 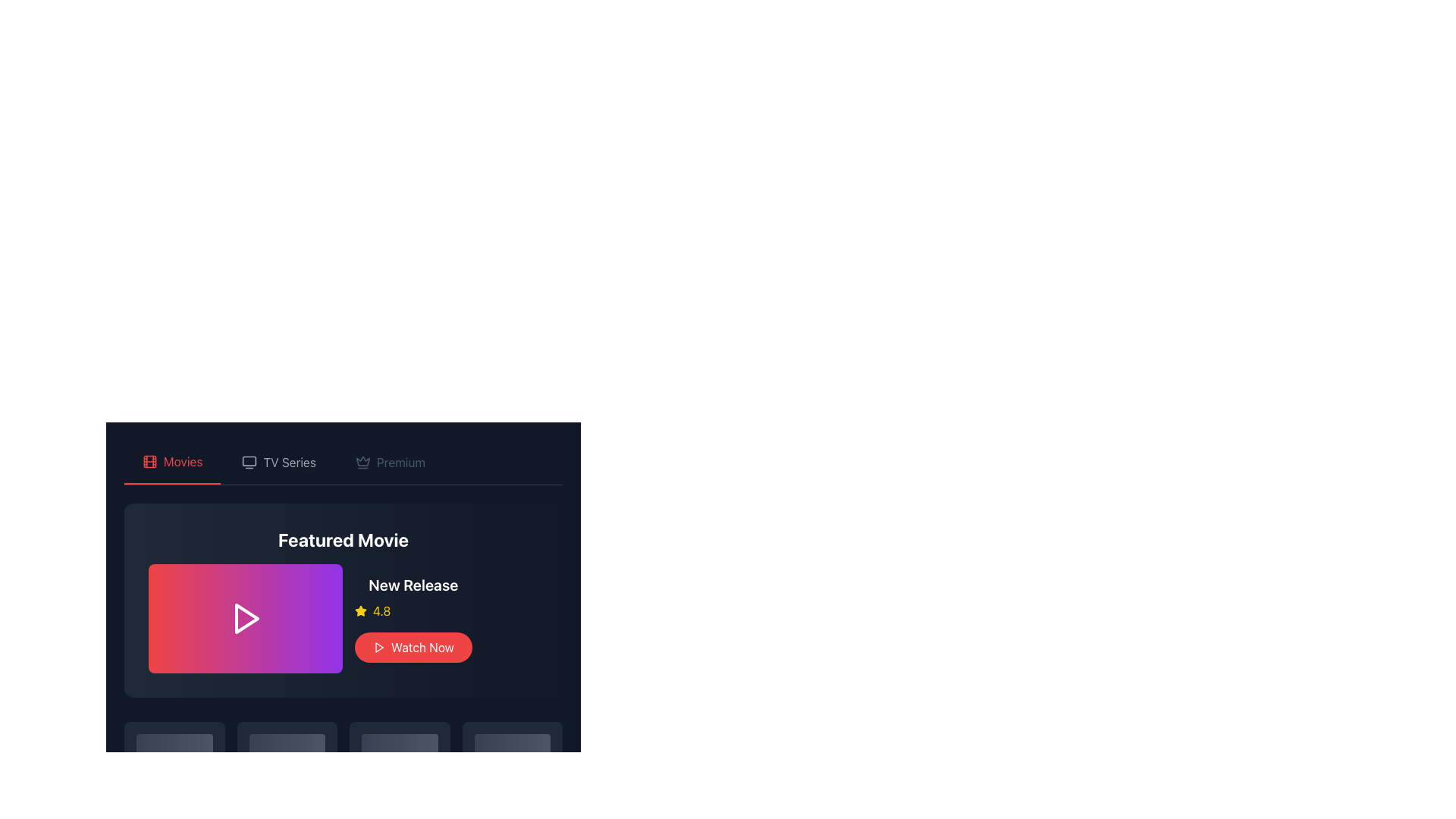 What do you see at coordinates (362, 460) in the screenshot?
I see `the crown icon in the top navigation bar, which denotes a premium feature, located between the 'TV Series' label and the 'Premium' label` at bounding box center [362, 460].